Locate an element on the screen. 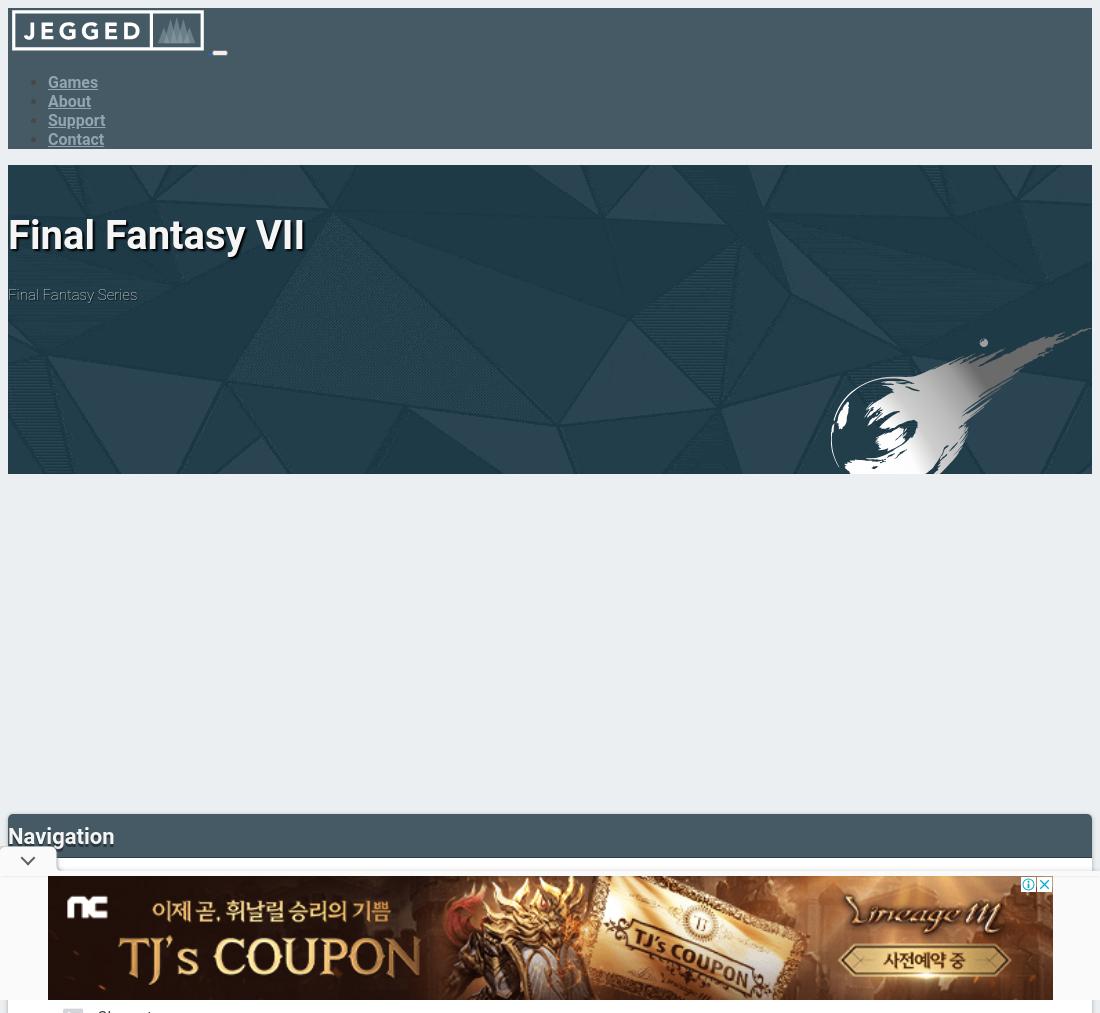 This screenshot has width=1100, height=1013. 'Contact' is located at coordinates (46, 139).